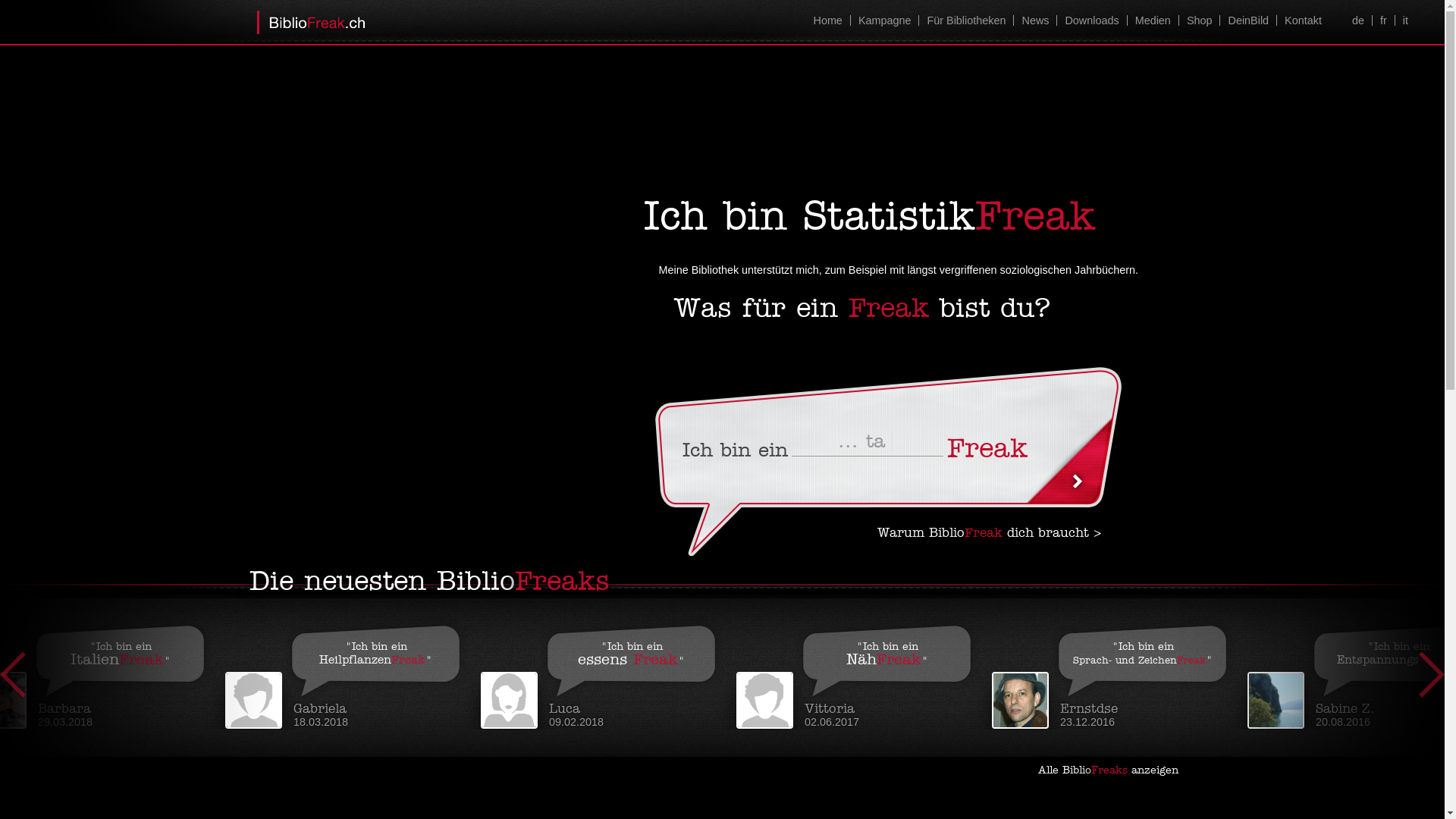  What do you see at coordinates (1302, 20) in the screenshot?
I see `'Kontakt'` at bounding box center [1302, 20].